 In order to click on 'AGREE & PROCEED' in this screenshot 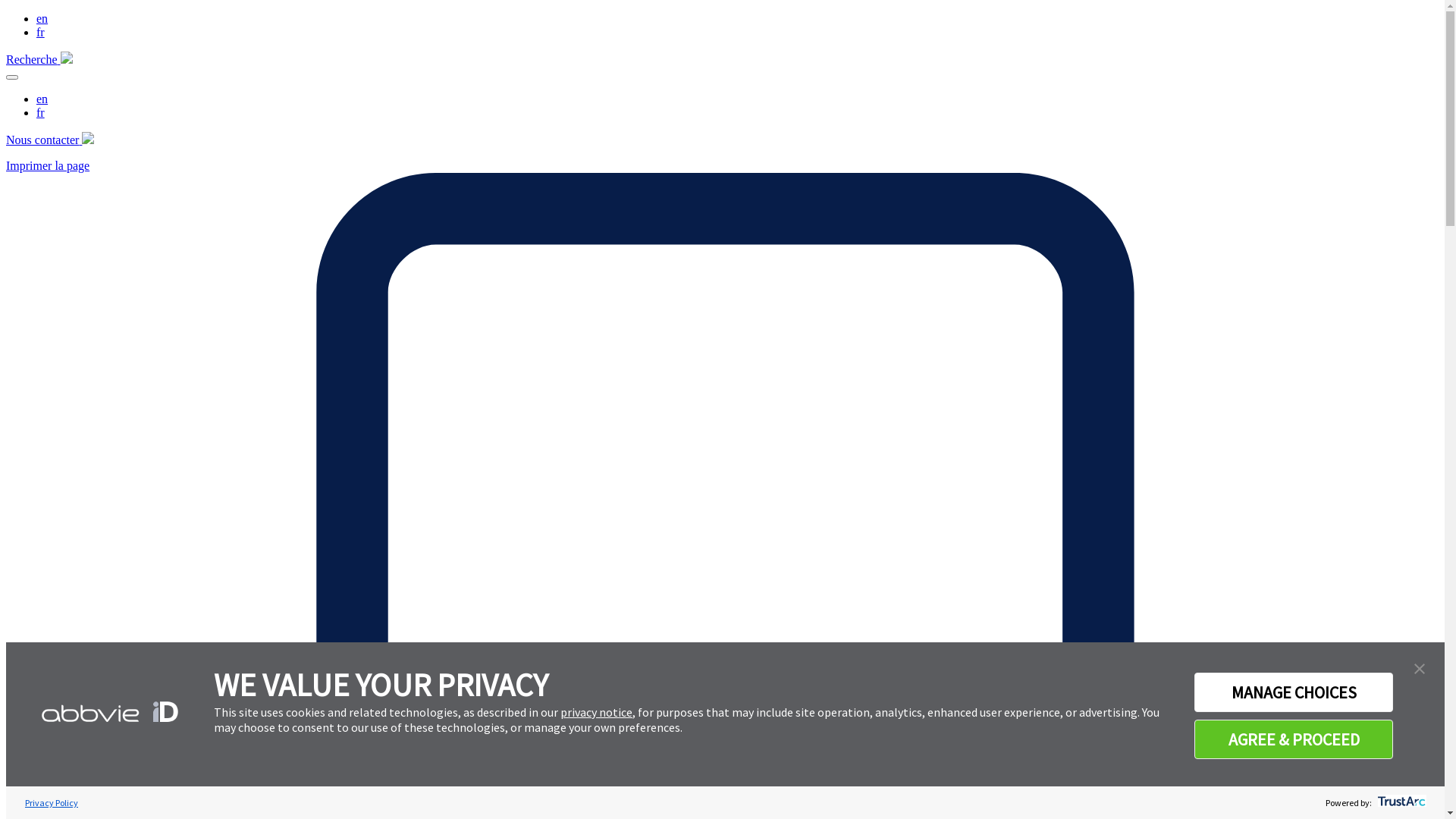, I will do `click(1292, 739)`.